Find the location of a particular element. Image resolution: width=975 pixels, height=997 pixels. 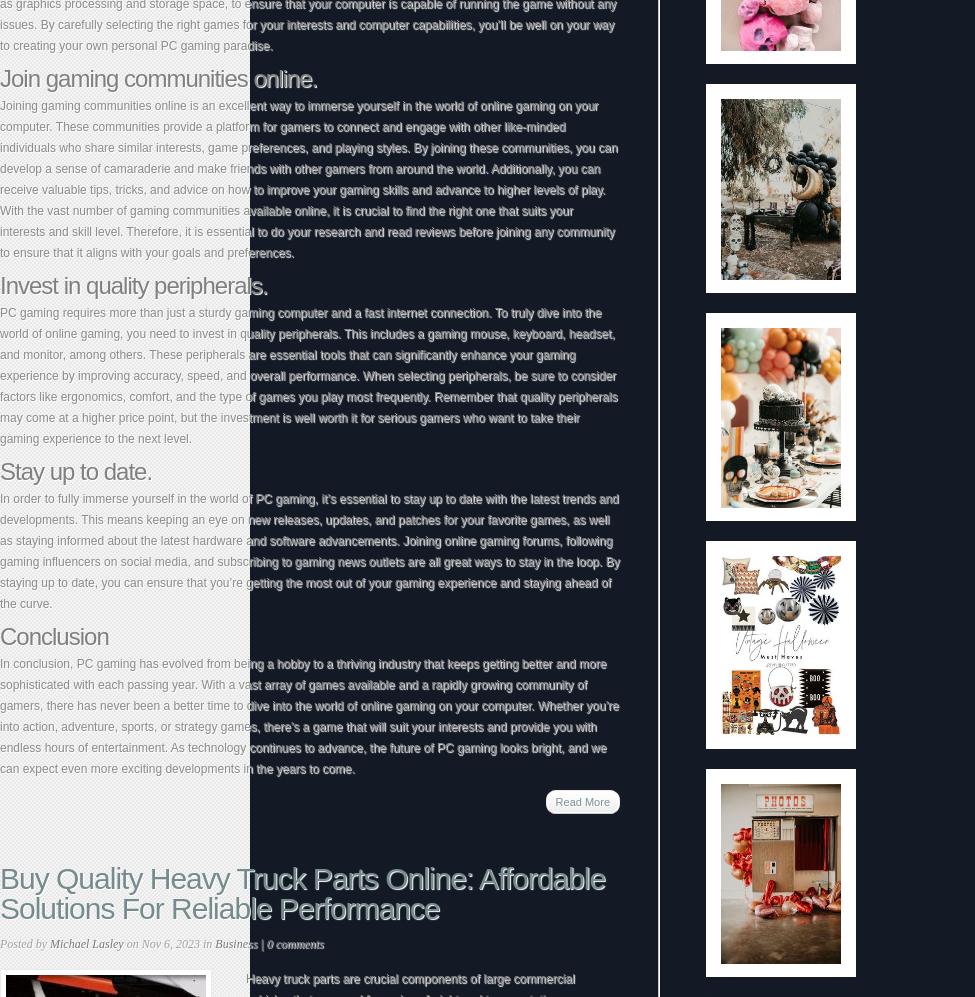

'Invest in quality peripherals.' is located at coordinates (132, 285).